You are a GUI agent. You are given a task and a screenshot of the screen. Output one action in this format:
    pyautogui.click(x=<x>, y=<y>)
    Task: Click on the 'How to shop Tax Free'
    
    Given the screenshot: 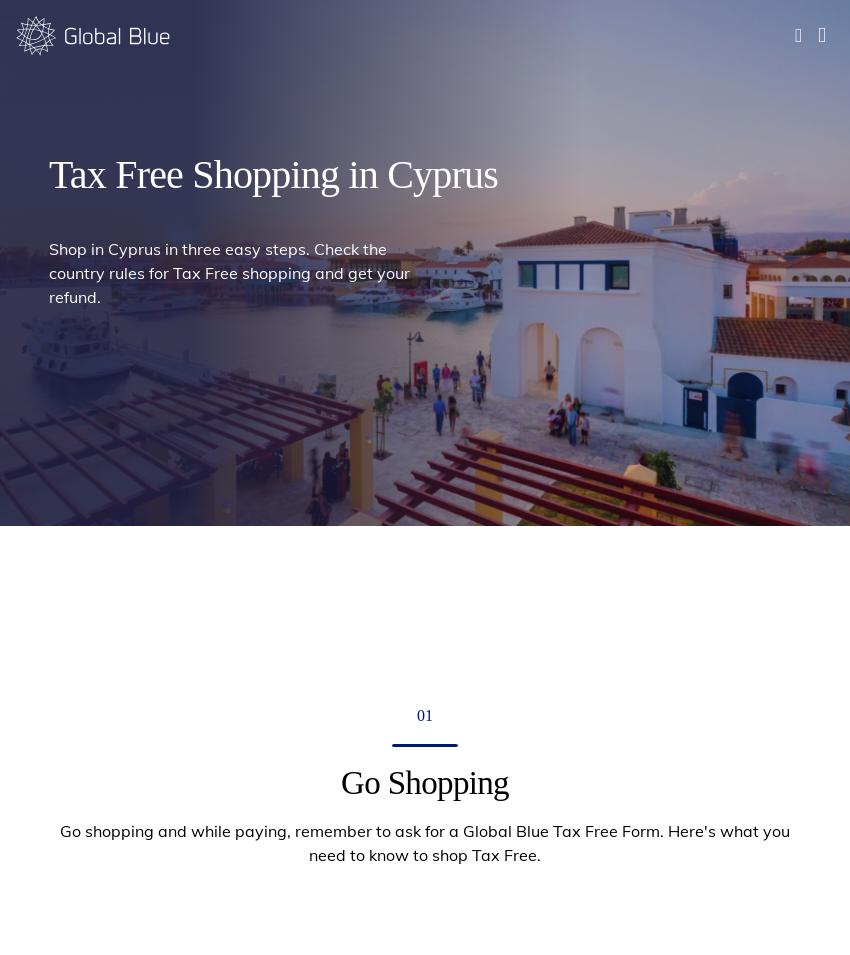 What is the action you would take?
    pyautogui.click(x=353, y=122)
    